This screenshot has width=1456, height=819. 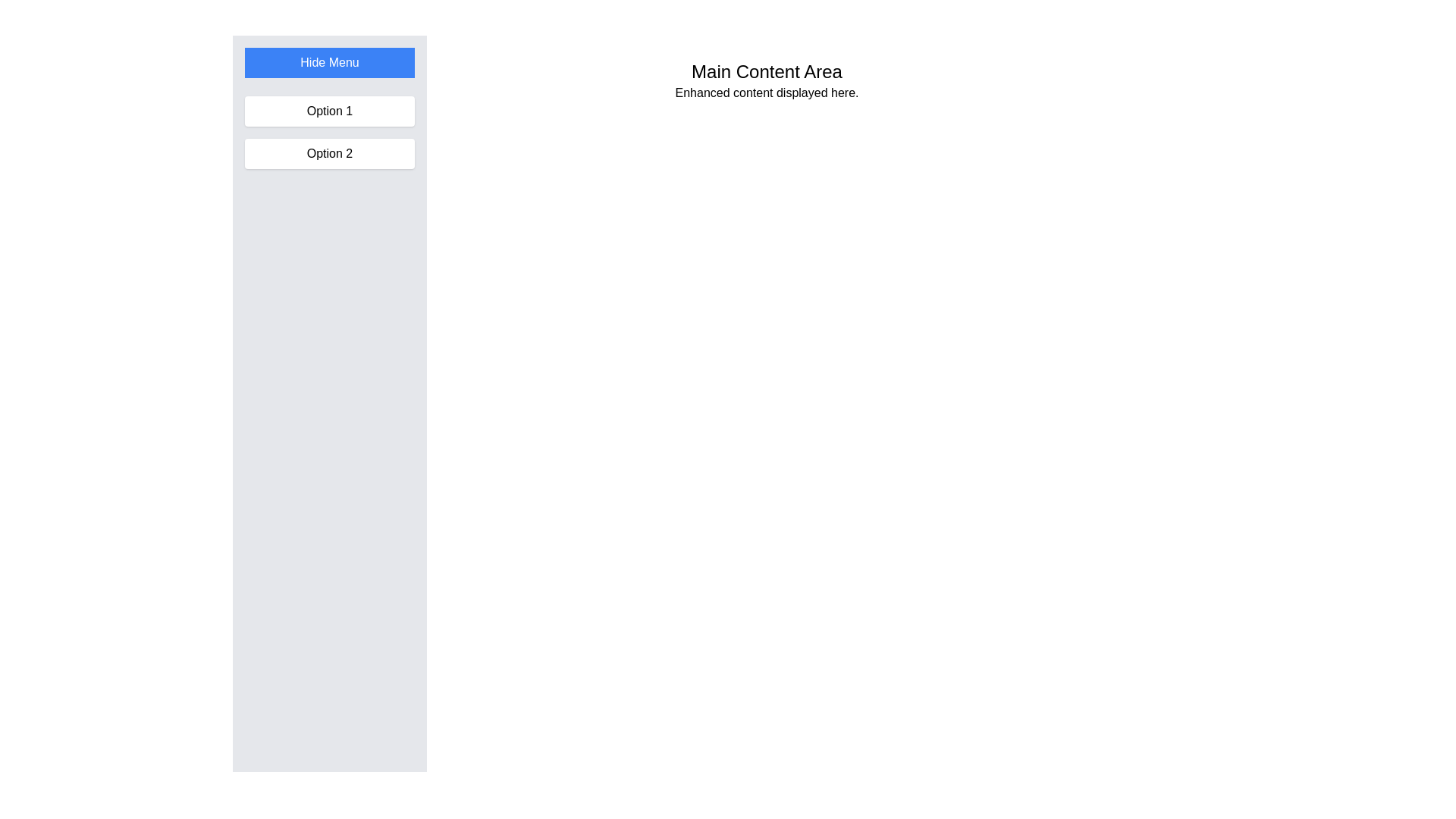 I want to click on the 'Hide Menu' button to toggle the menu visibility, so click(x=329, y=62).